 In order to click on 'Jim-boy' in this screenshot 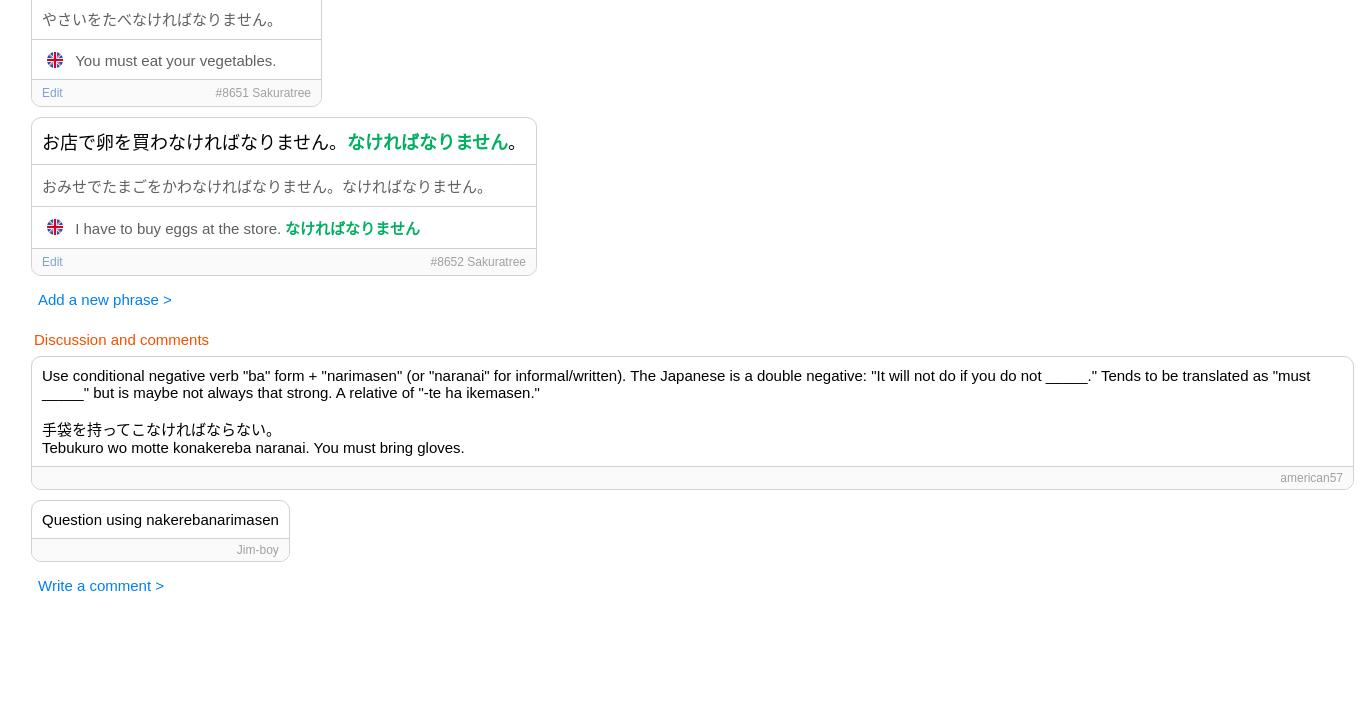, I will do `click(256, 548)`.